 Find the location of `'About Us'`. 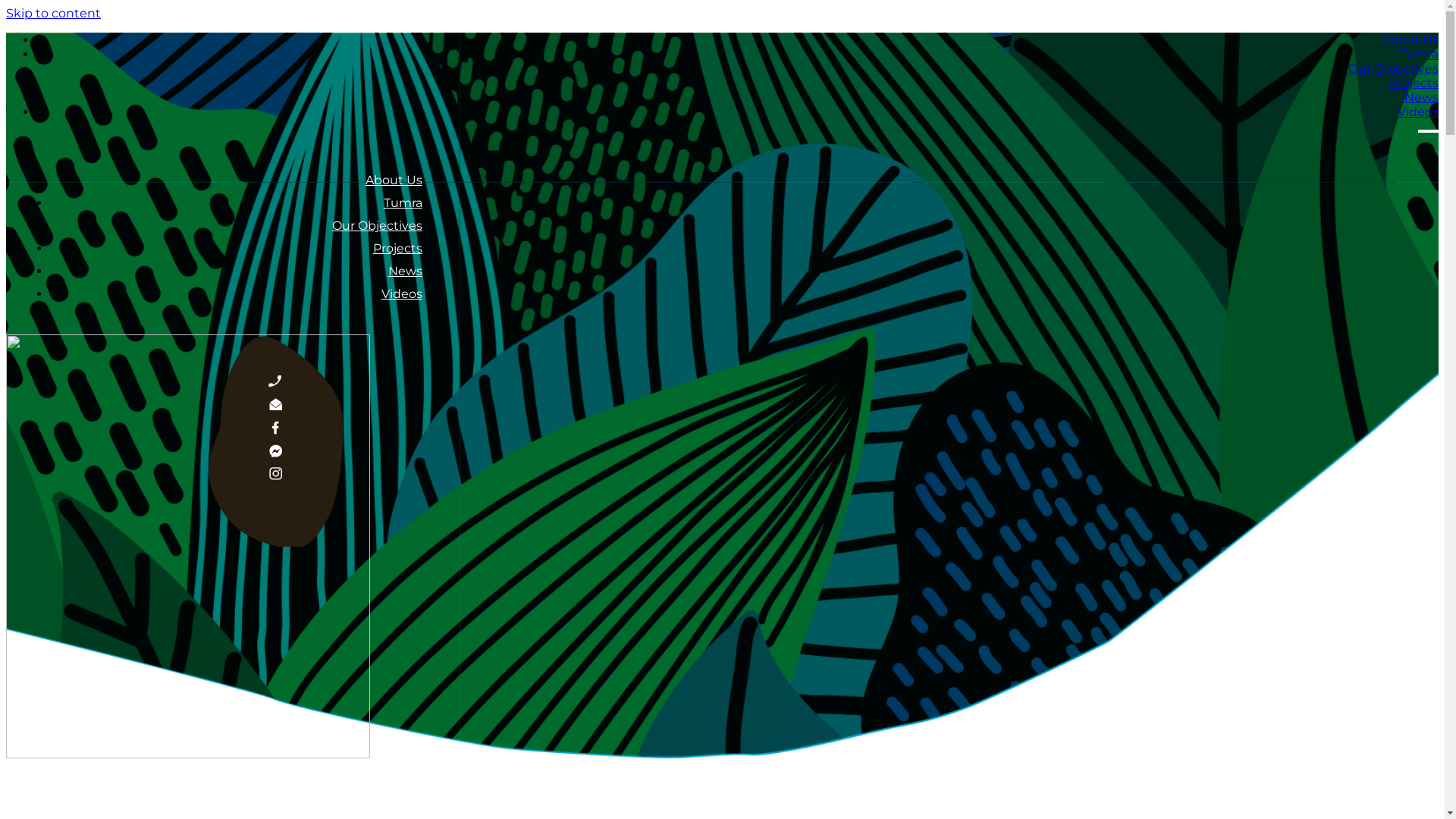

'About Us' is located at coordinates (1409, 39).